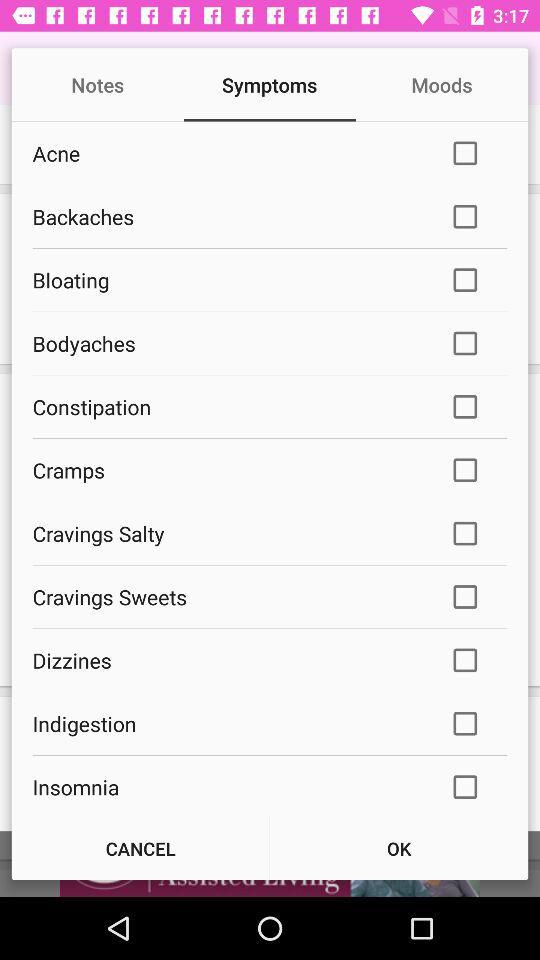 This screenshot has height=960, width=540. I want to click on the item above the bloating item, so click(226, 216).